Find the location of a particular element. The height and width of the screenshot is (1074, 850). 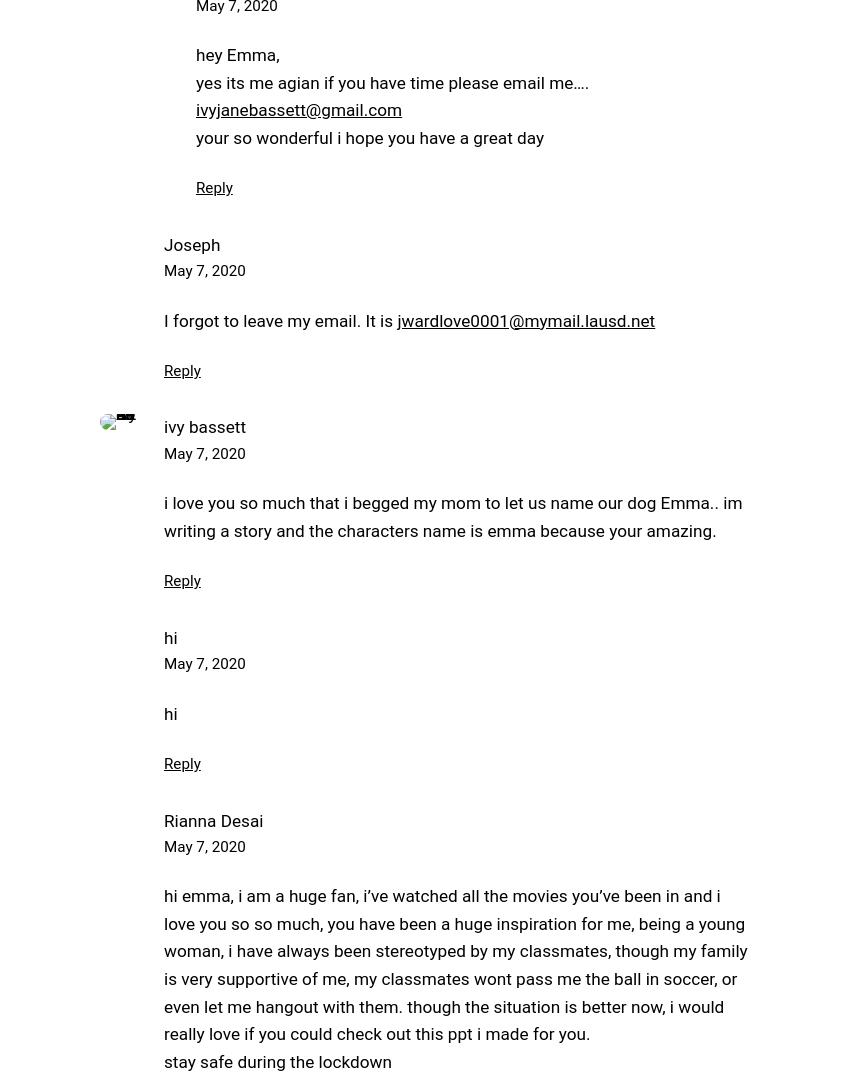

'Joseph' is located at coordinates (191, 243).